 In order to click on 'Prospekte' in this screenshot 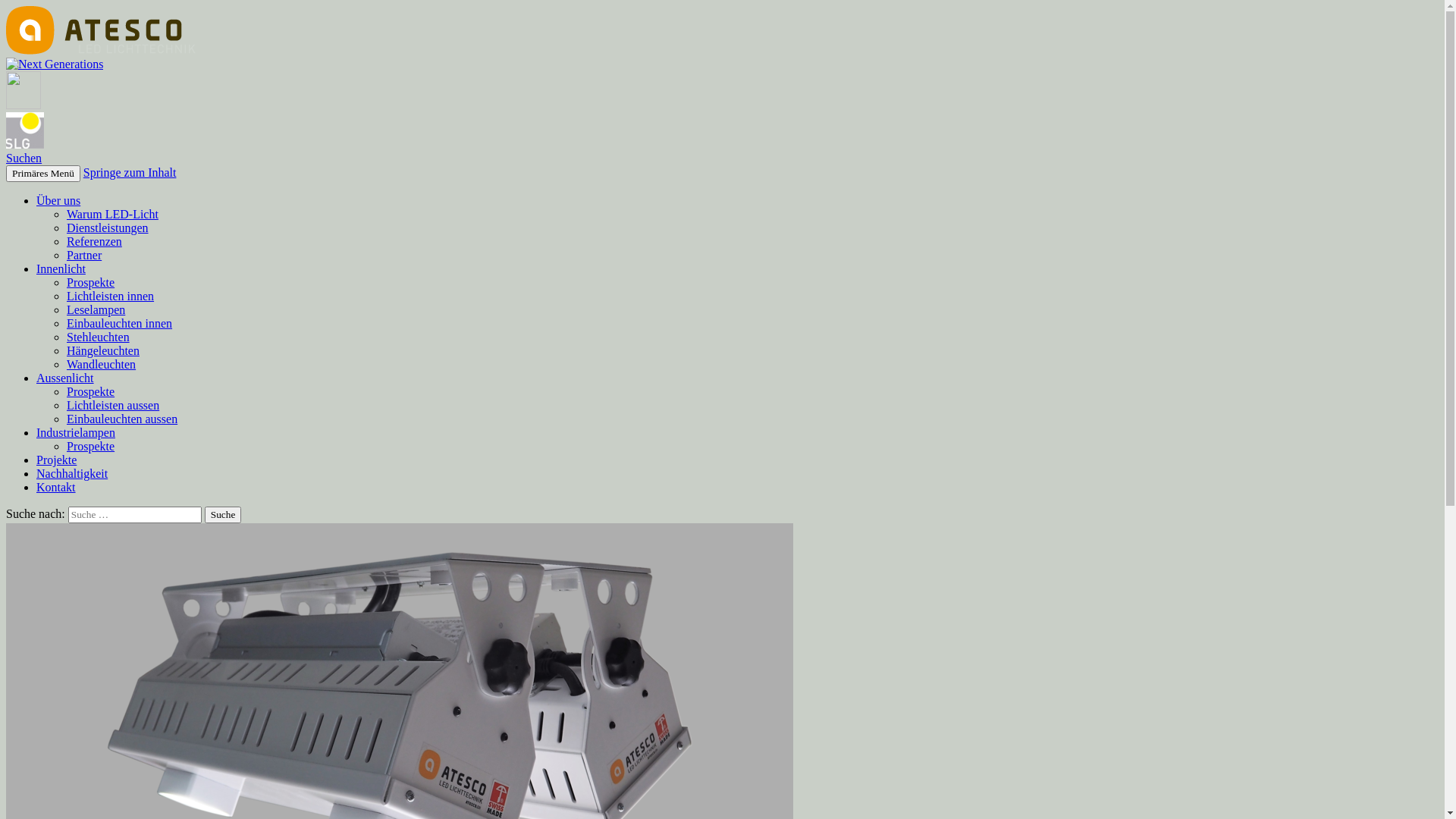, I will do `click(89, 445)`.